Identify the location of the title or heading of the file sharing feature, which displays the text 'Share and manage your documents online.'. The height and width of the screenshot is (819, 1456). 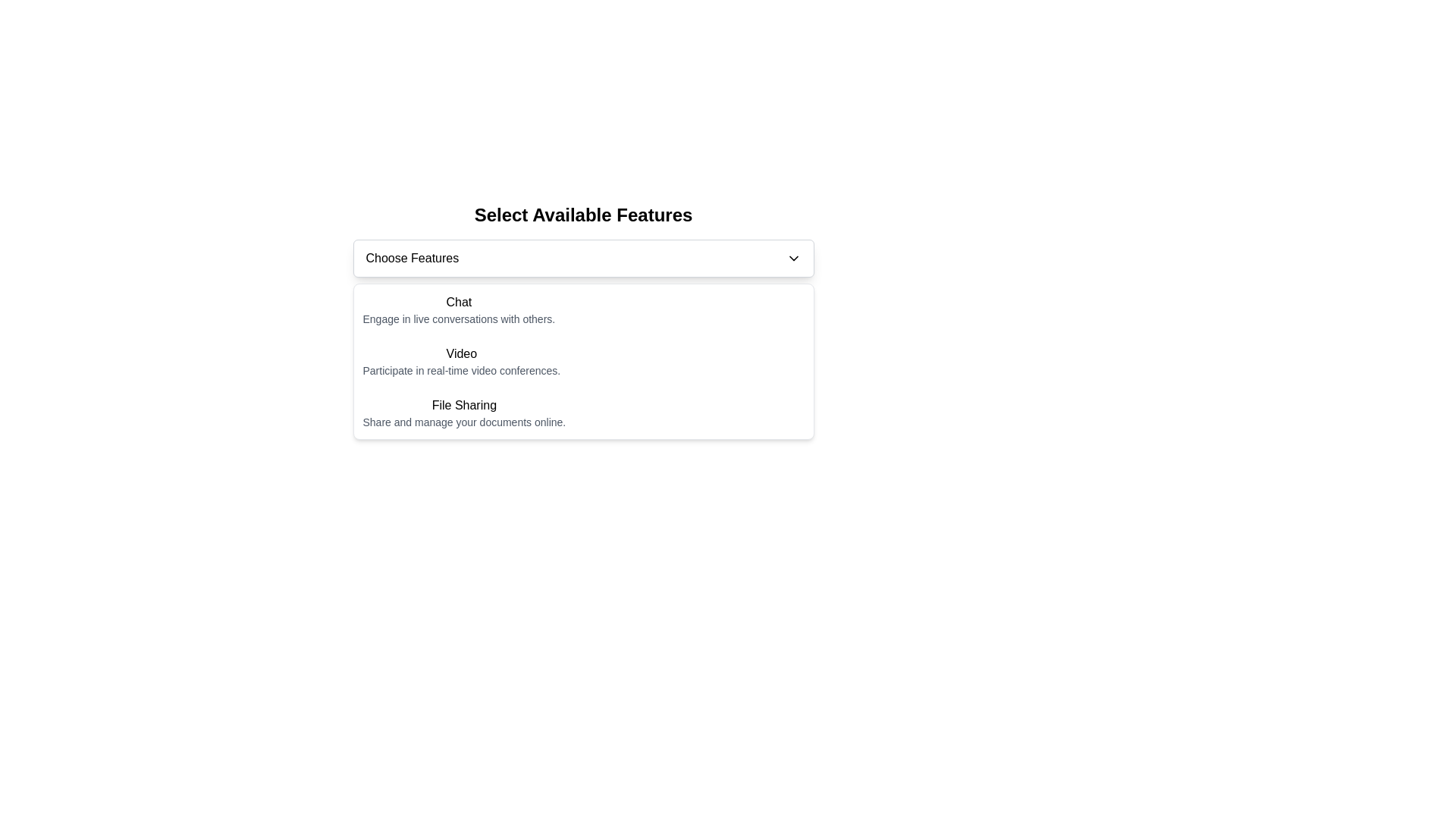
(463, 405).